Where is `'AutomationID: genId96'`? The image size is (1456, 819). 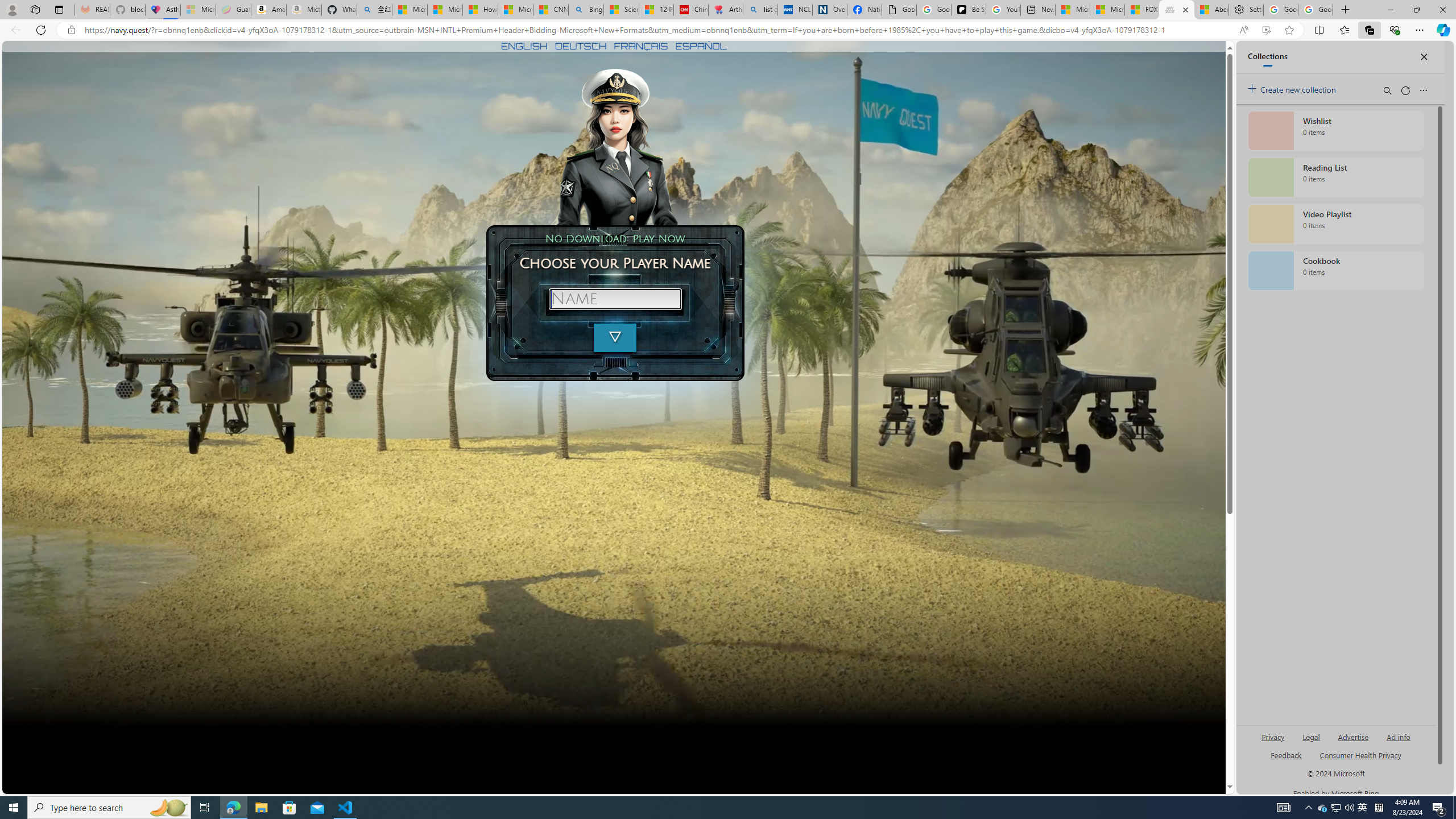 'AutomationID: genId96' is located at coordinates (1285, 759).